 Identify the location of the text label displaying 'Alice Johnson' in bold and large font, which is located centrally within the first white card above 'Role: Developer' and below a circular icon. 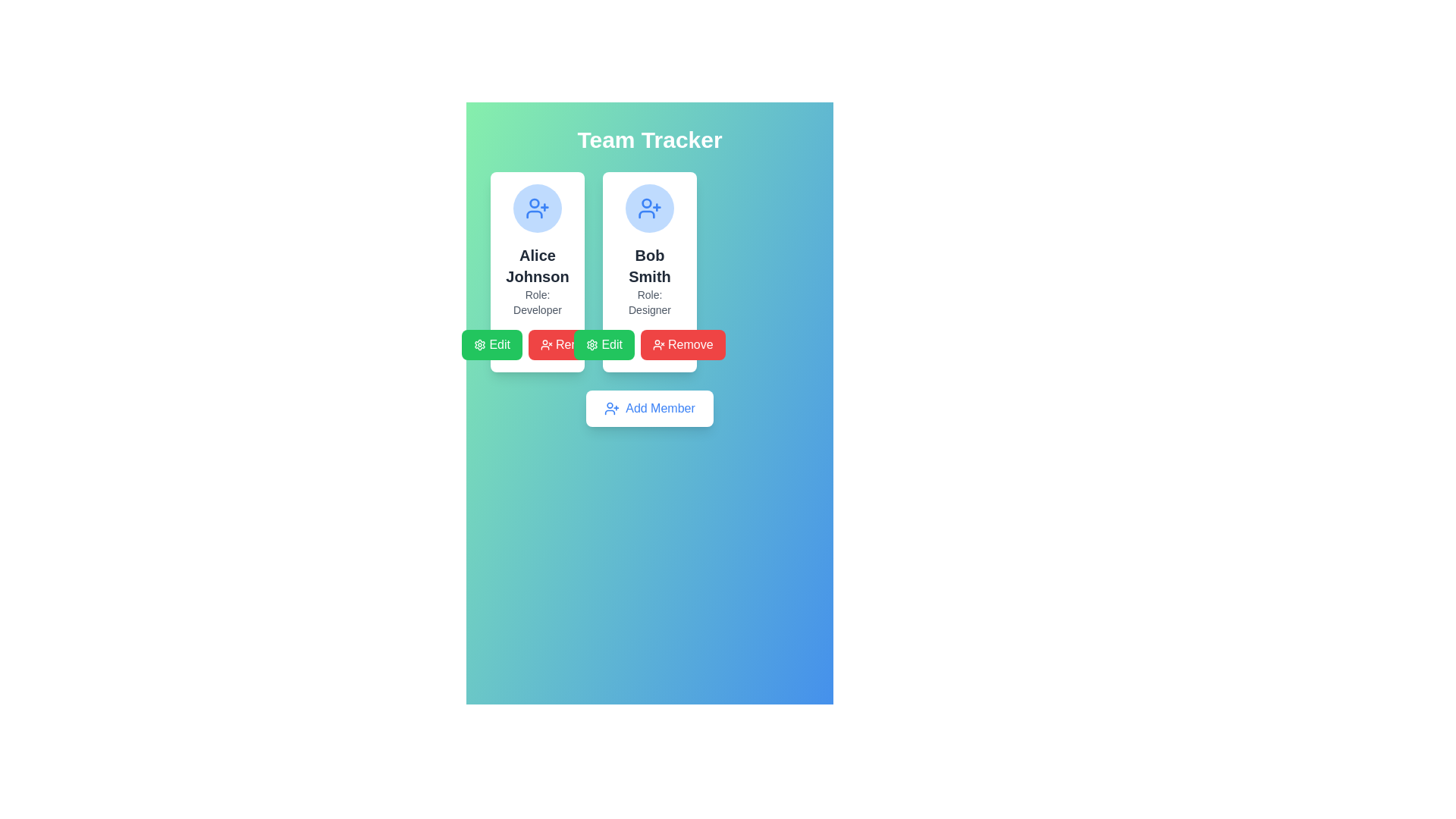
(538, 265).